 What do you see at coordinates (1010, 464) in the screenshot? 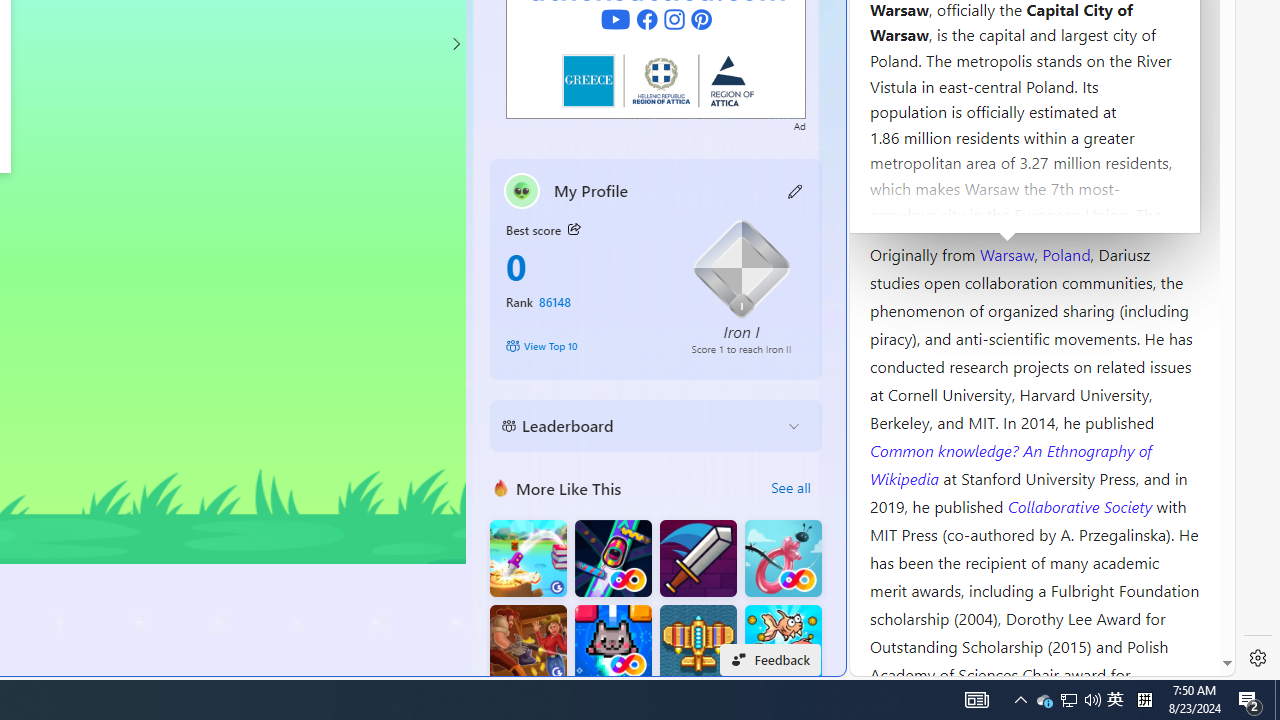
I see `'Common knowledge? An Ethnography of Wikipedia'` at bounding box center [1010, 464].